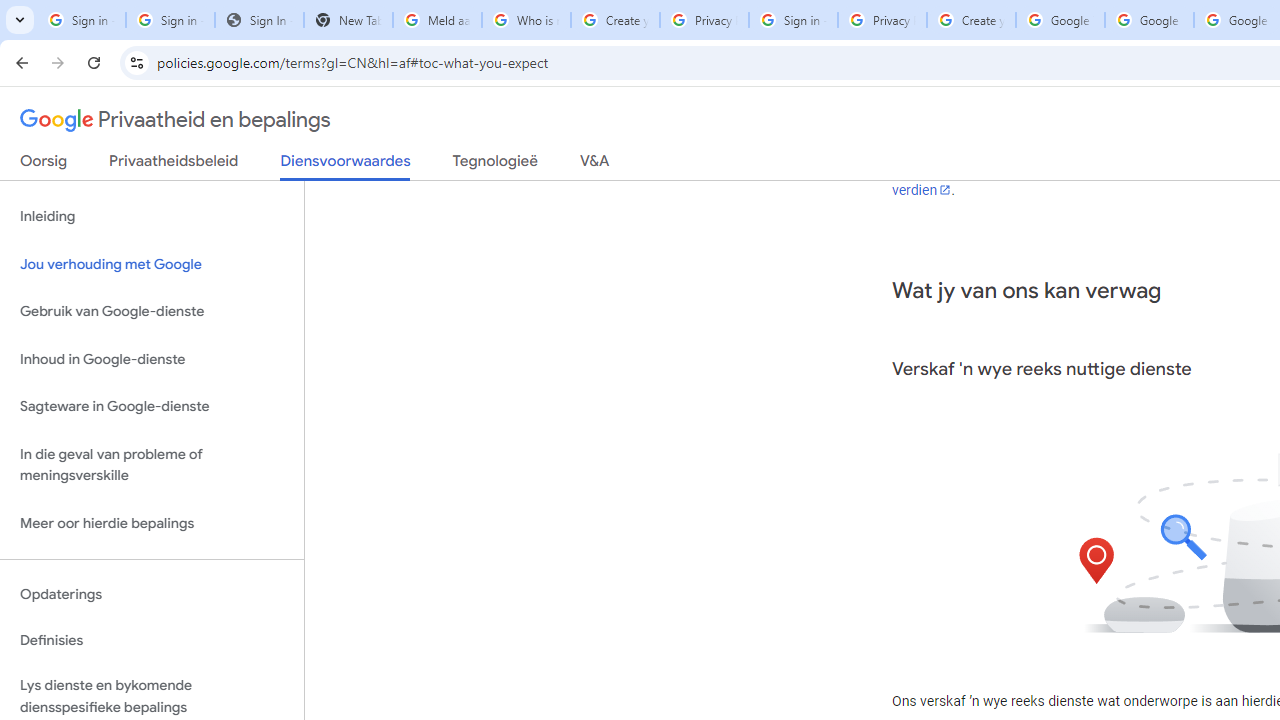 The width and height of the screenshot is (1280, 720). I want to click on 'Oorsig', so click(44, 164).